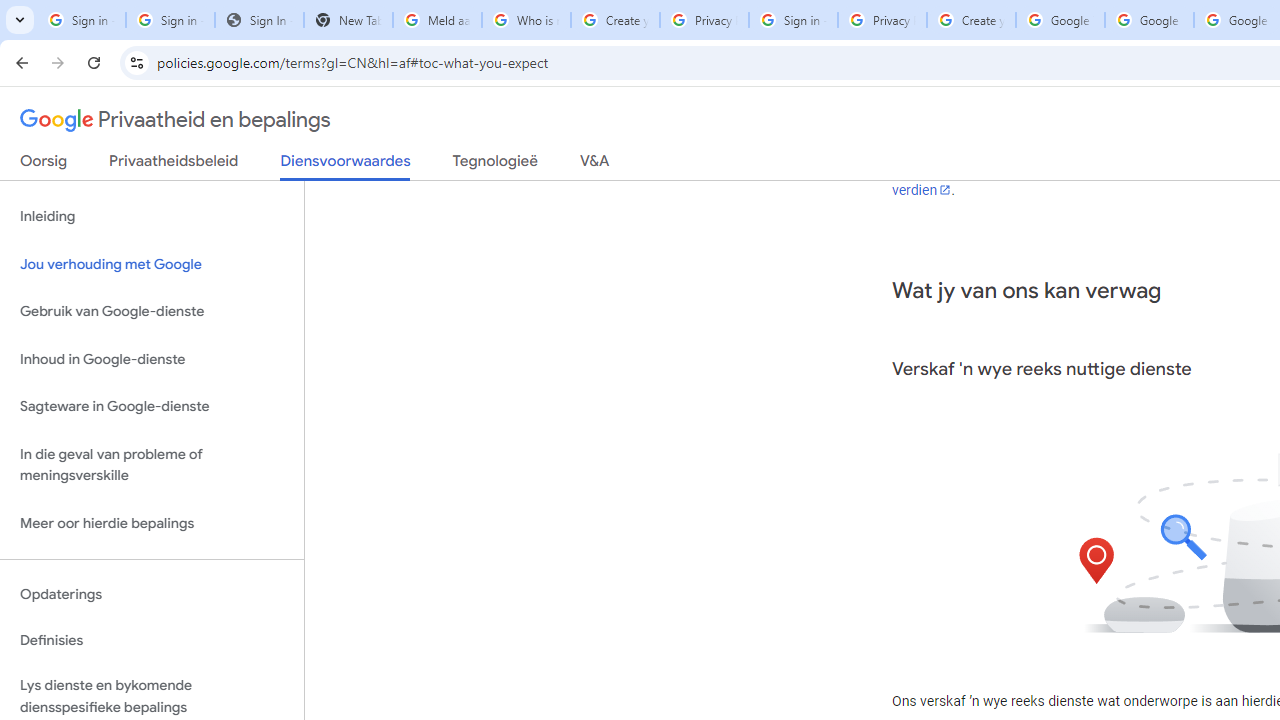 The width and height of the screenshot is (1280, 720). I want to click on 'Oorsig', so click(44, 164).